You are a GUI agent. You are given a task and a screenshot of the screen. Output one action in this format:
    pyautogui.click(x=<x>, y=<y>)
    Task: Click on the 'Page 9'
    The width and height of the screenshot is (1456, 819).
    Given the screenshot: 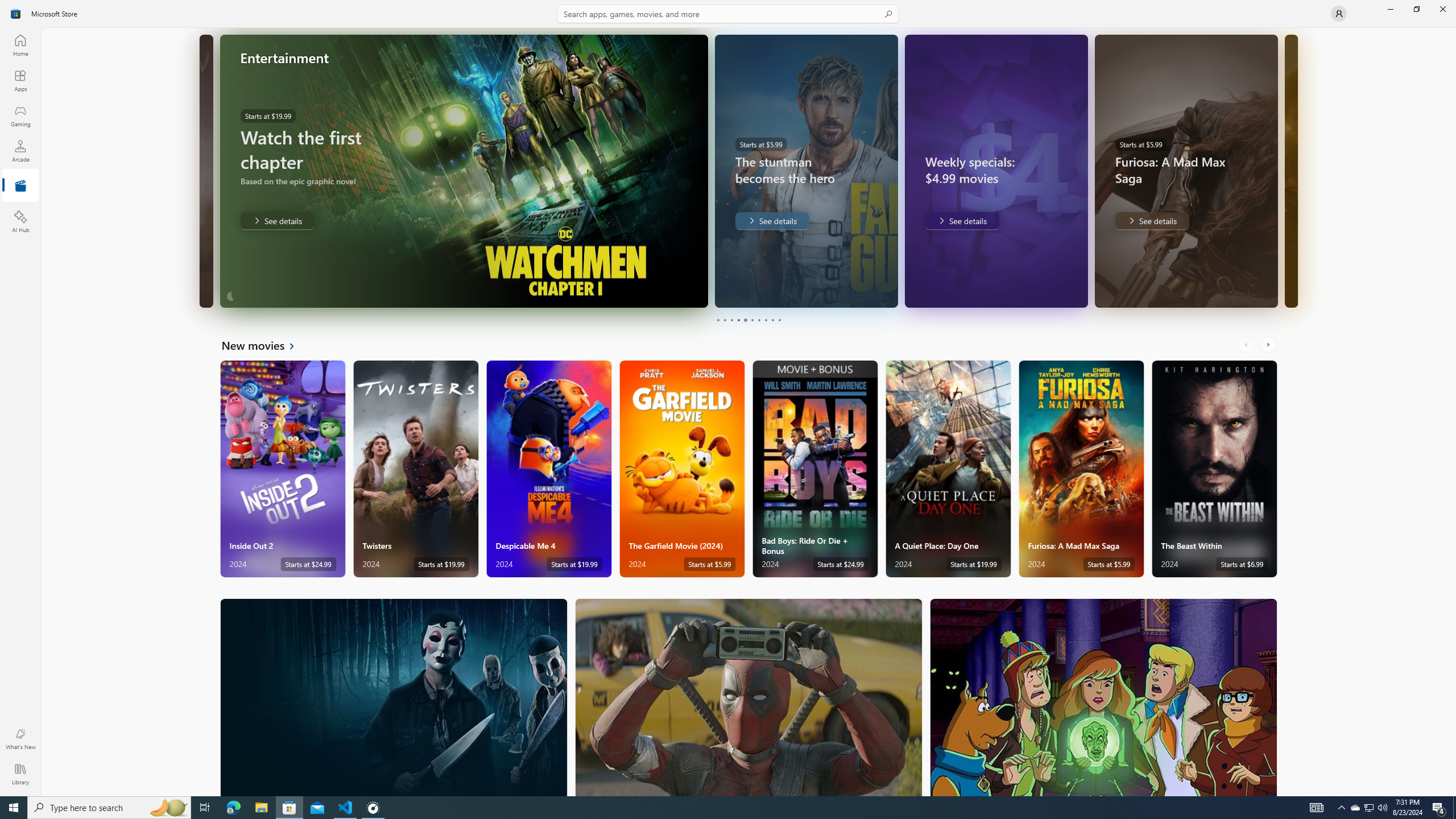 What is the action you would take?
    pyautogui.click(x=772, y=320)
    